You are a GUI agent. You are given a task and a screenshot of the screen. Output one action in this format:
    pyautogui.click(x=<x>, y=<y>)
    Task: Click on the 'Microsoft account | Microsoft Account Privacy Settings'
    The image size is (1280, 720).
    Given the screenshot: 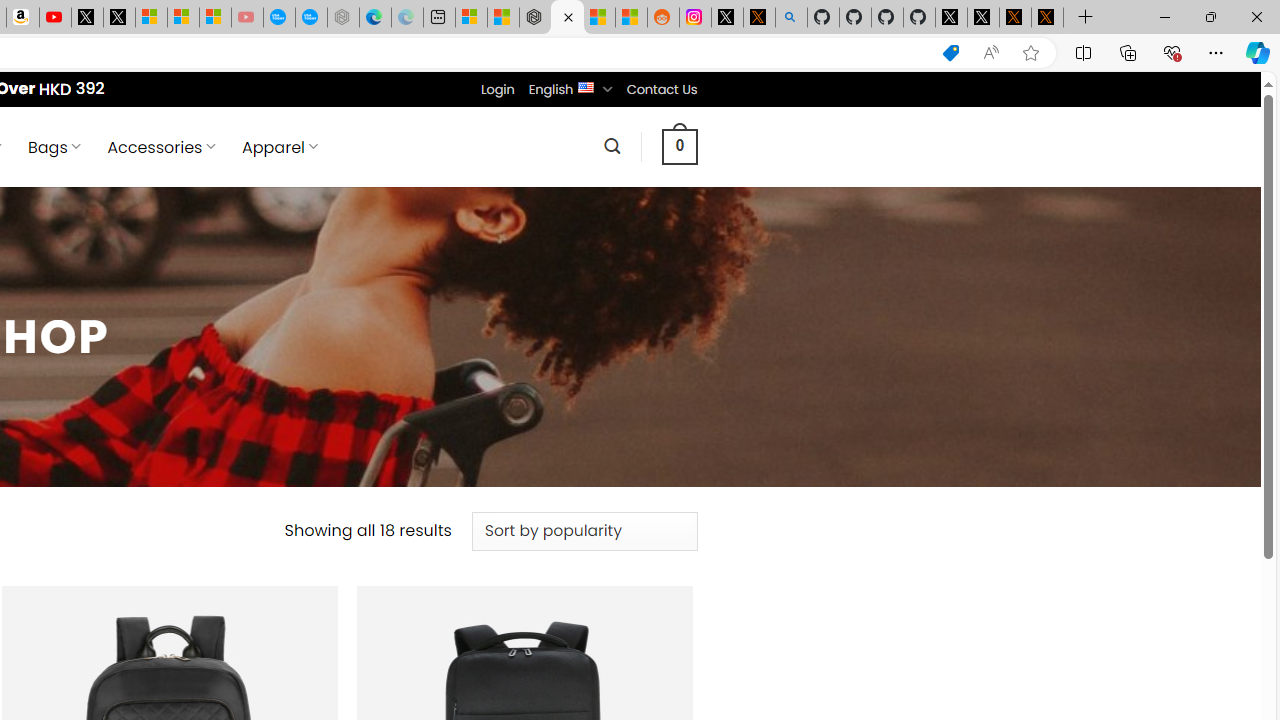 What is the action you would take?
    pyautogui.click(x=470, y=17)
    